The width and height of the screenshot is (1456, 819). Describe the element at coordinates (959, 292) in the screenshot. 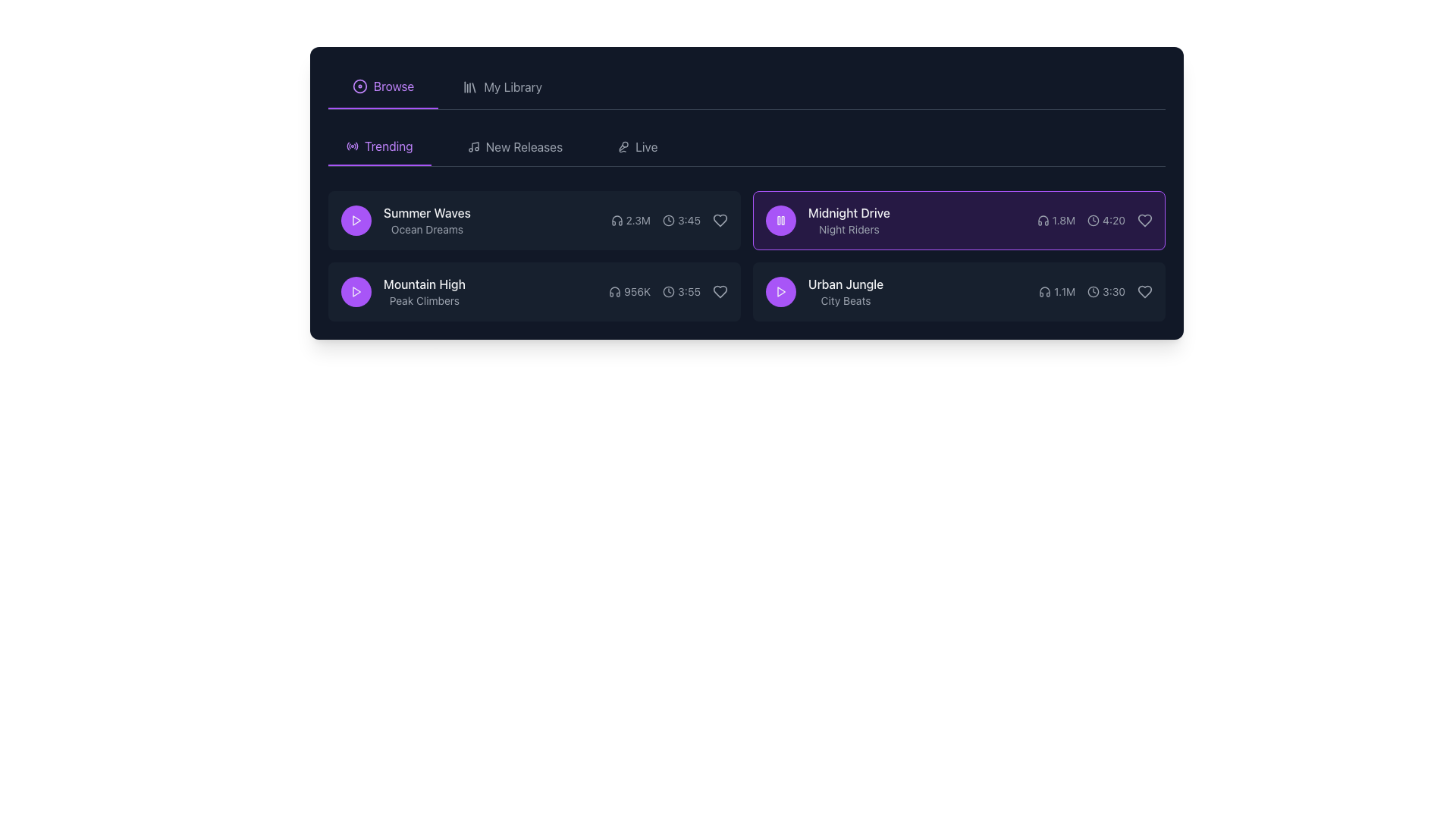

I see `the dark rectangular card titled 'Urban Jungle'` at that location.